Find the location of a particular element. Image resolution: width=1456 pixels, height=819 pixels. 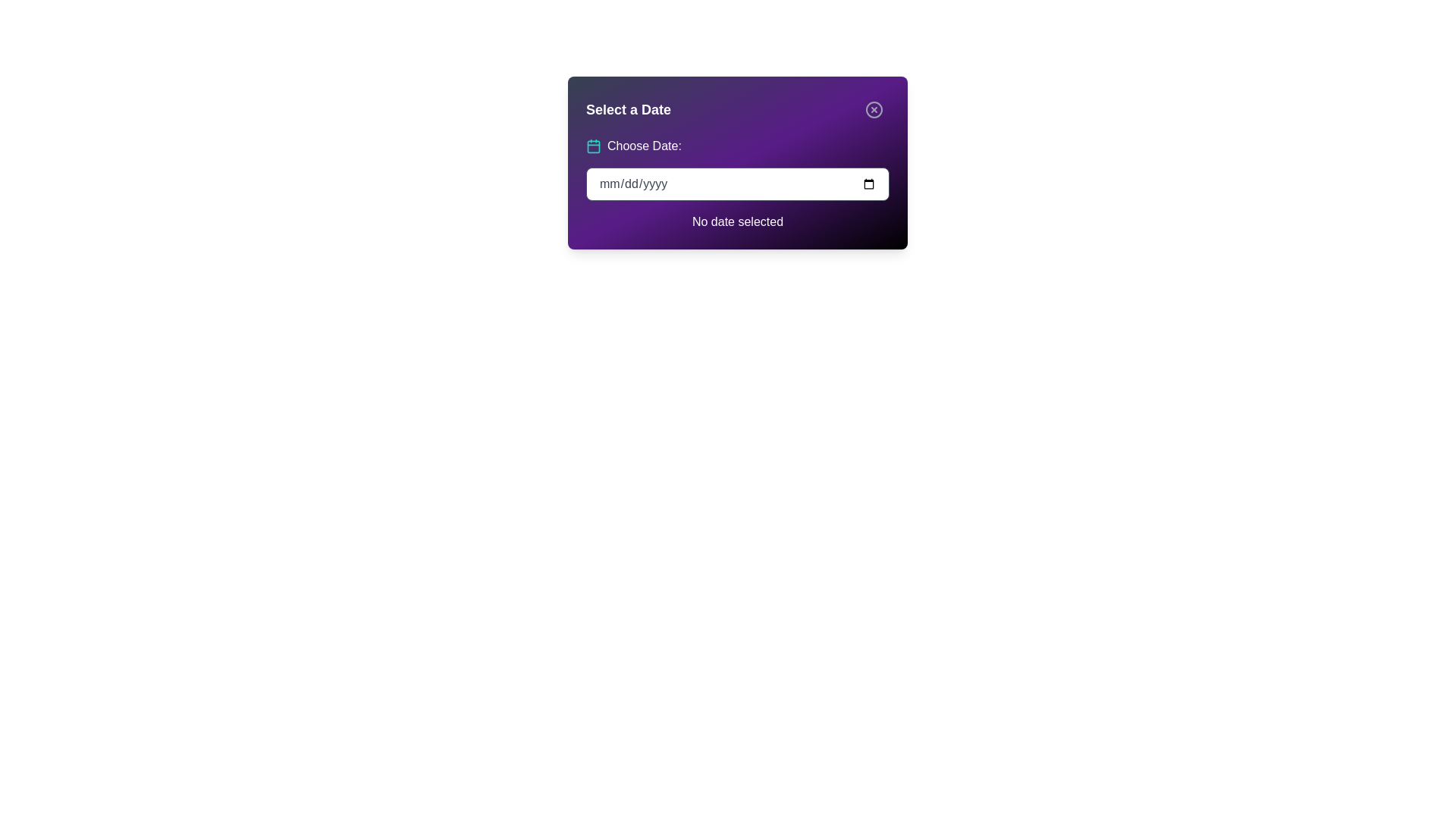

the static text display that indicates the absence of a selected date, positioned beneath the 'Choose Date:' input field is located at coordinates (738, 222).